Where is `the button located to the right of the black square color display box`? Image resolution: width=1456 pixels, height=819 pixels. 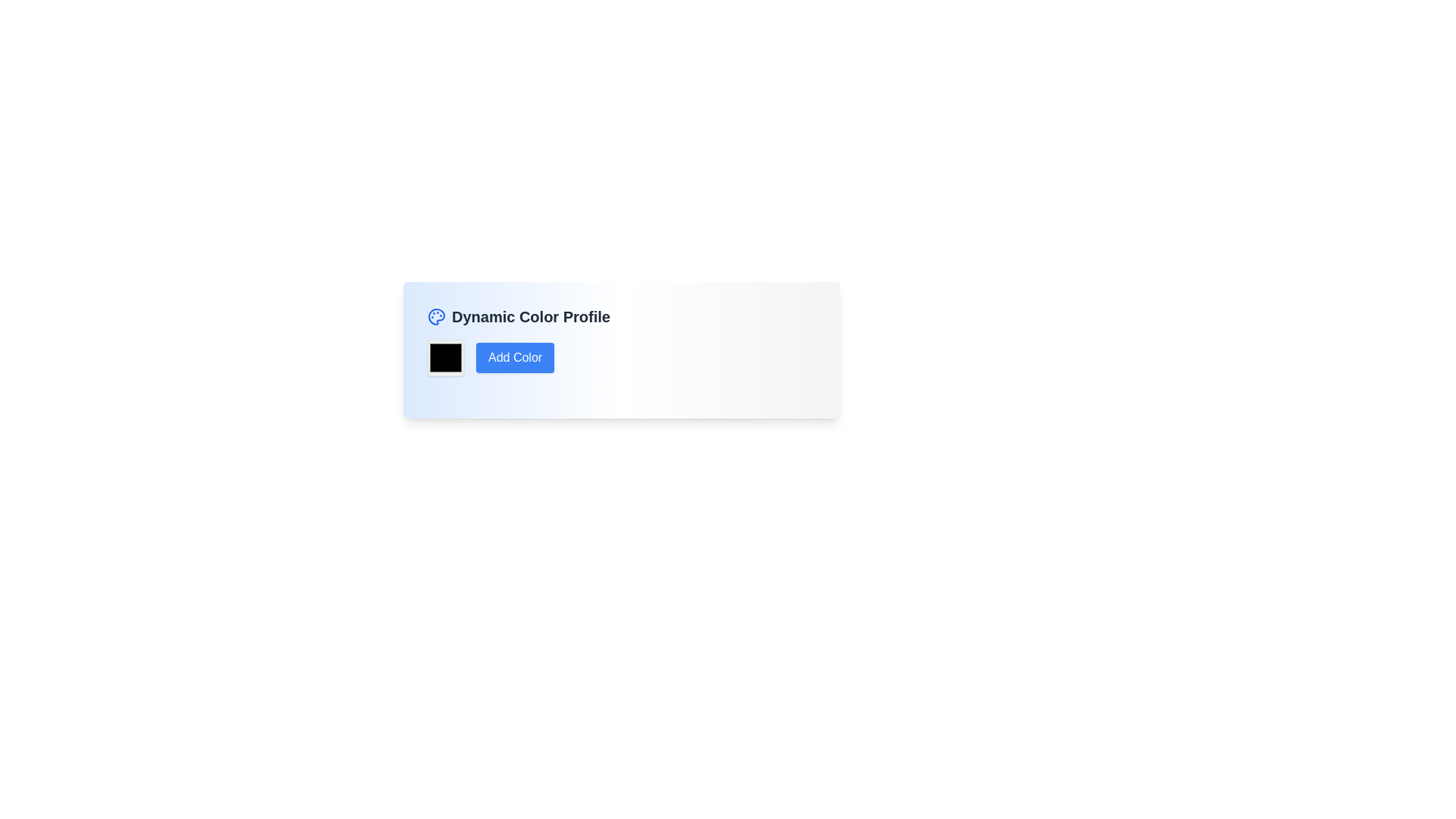
the button located to the right of the black square color display box is located at coordinates (515, 357).